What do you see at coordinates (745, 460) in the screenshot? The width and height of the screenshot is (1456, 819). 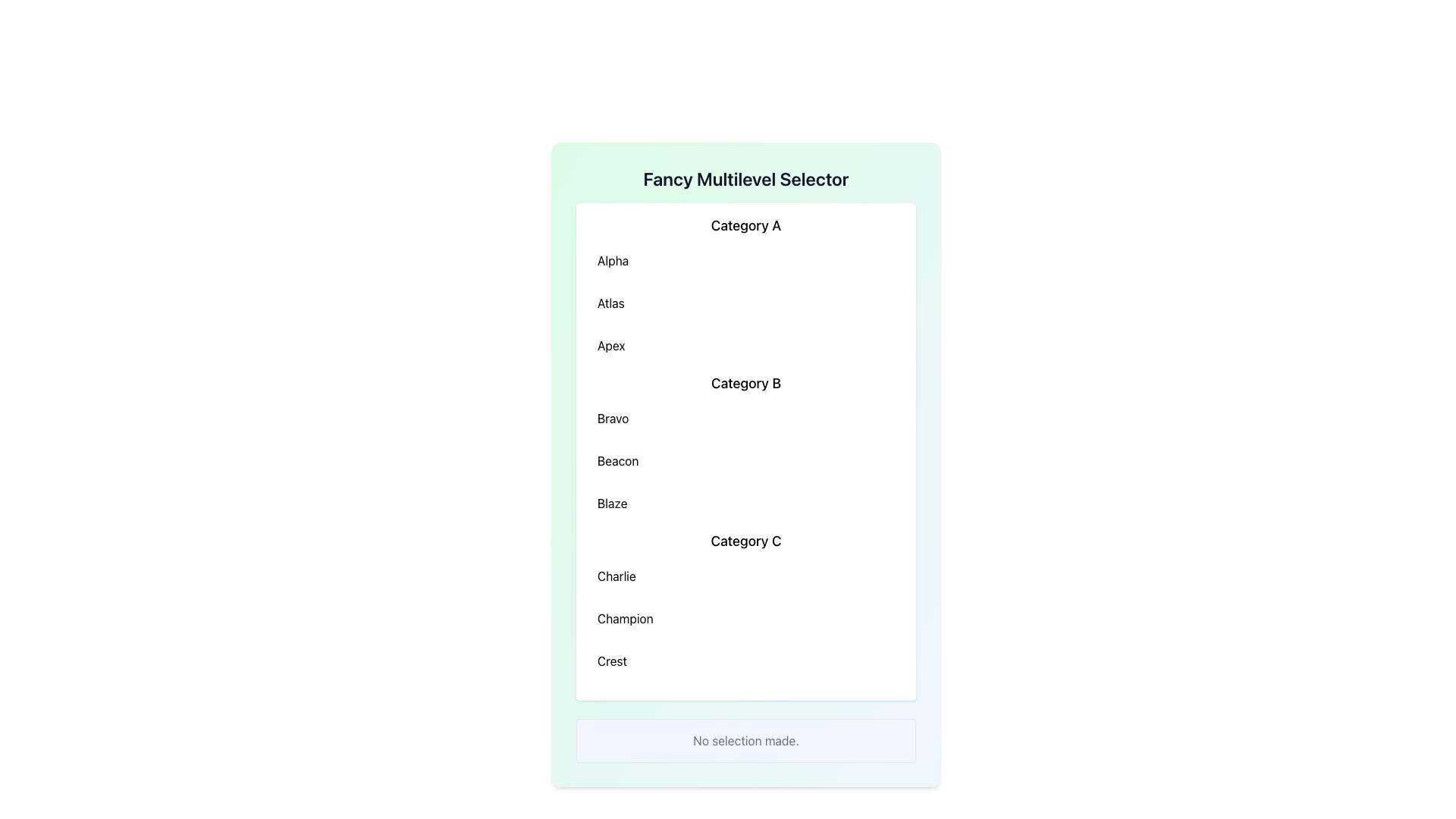 I see `the 'Beacon' button, which is the second item in the 'Category B' section of the vertically aligned list` at bounding box center [745, 460].